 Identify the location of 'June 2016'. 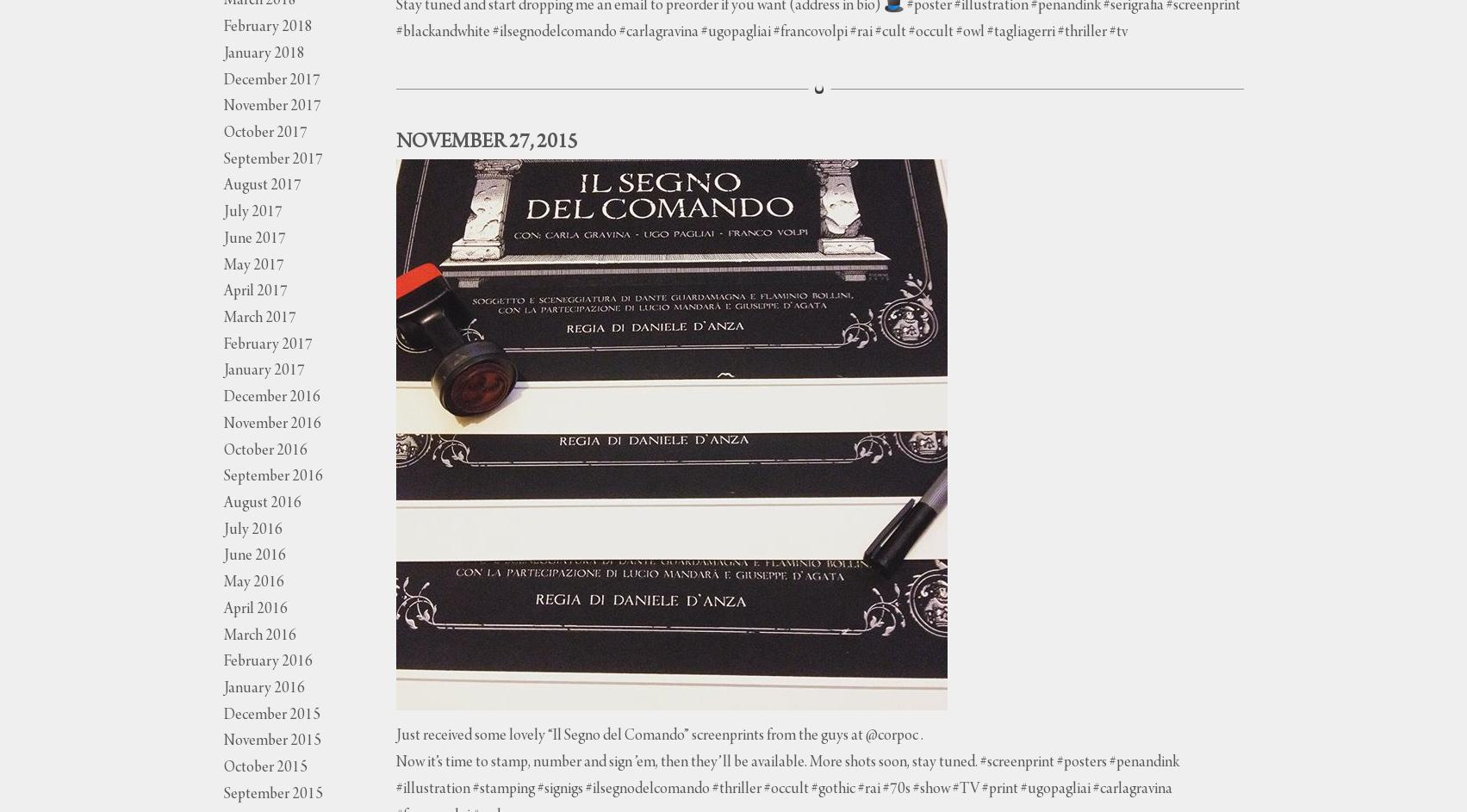
(252, 556).